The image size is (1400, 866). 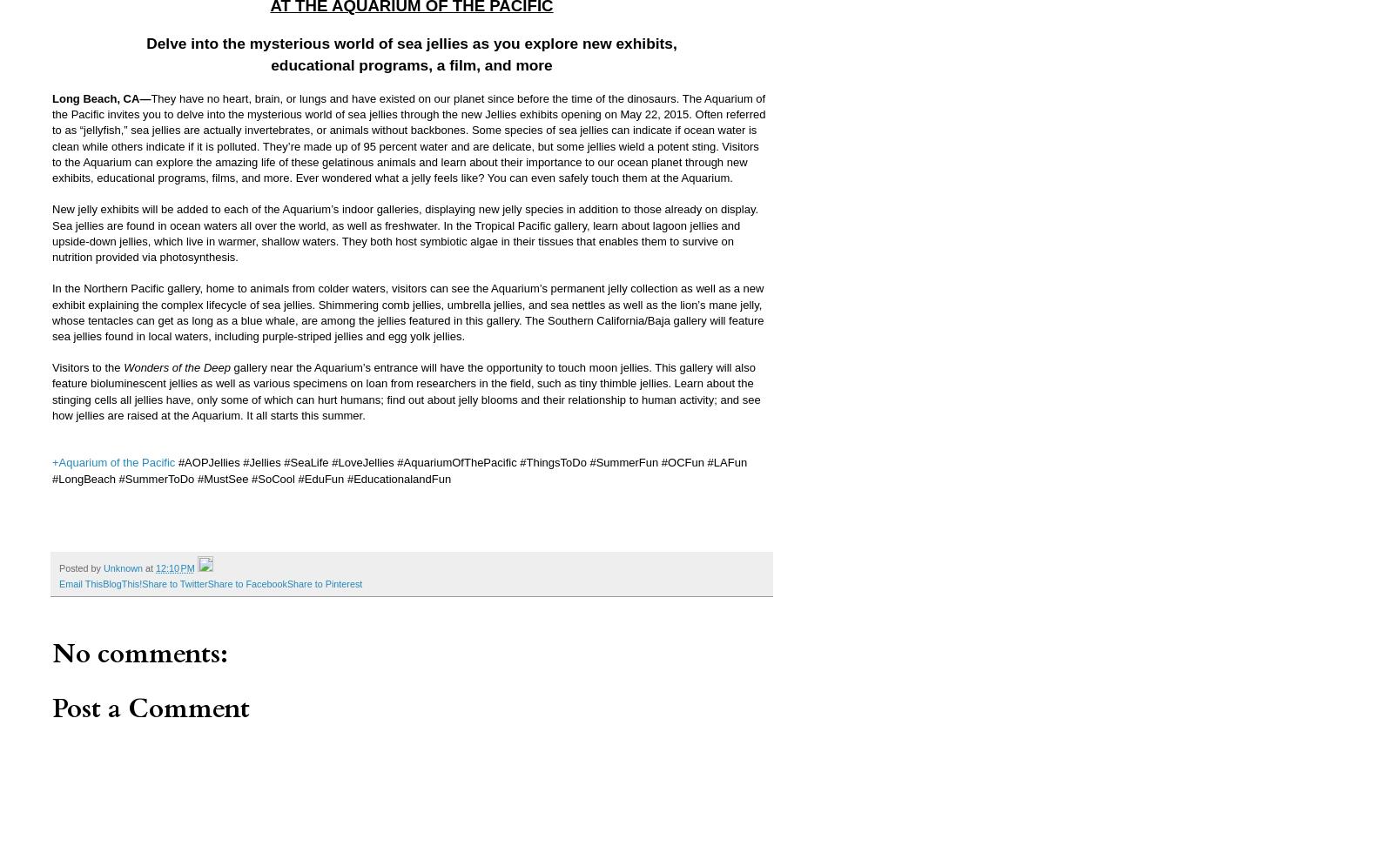 What do you see at coordinates (113, 461) in the screenshot?
I see `'+Aquarium of the Pacific'` at bounding box center [113, 461].